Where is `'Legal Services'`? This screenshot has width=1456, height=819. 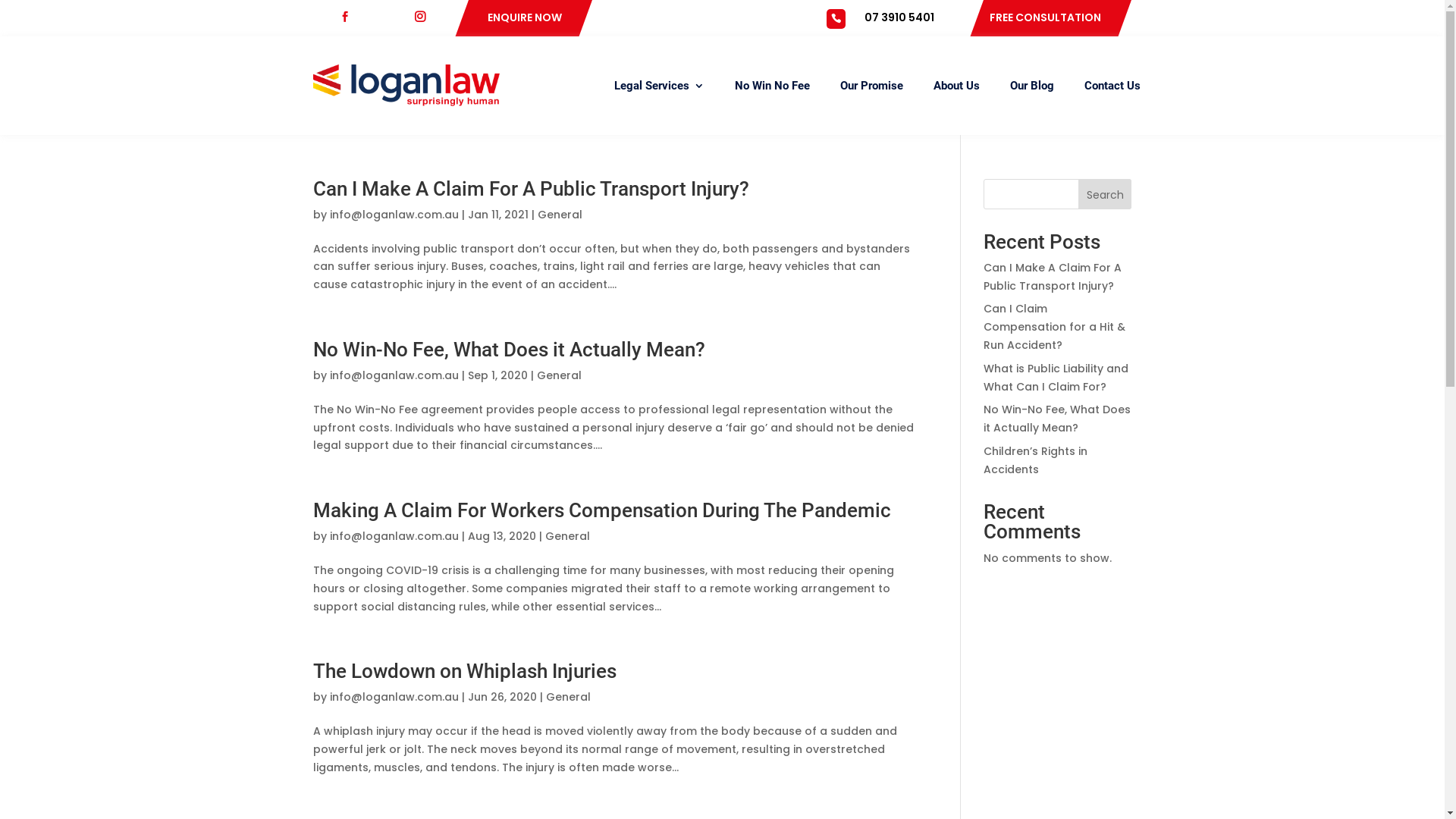 'Legal Services' is located at coordinates (659, 85).